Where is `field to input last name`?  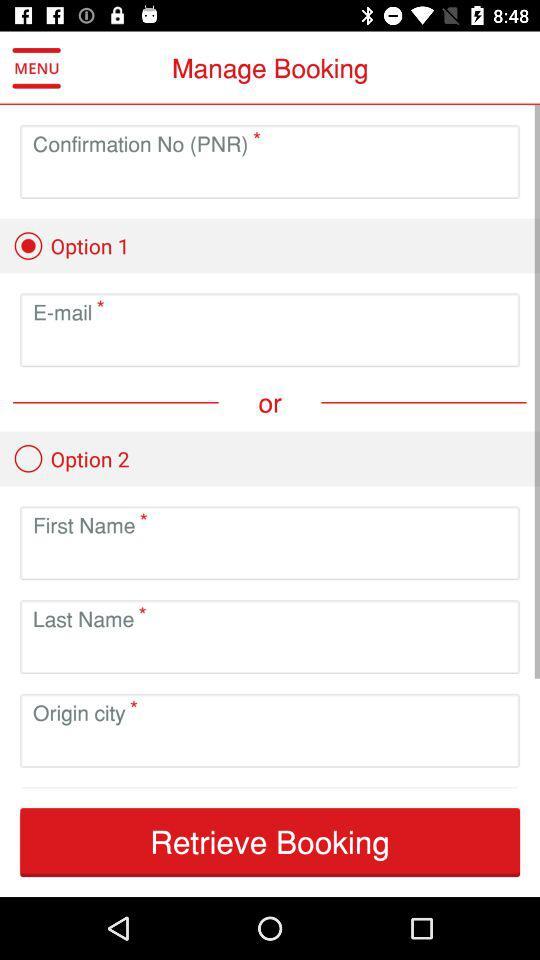 field to input last name is located at coordinates (270, 651).